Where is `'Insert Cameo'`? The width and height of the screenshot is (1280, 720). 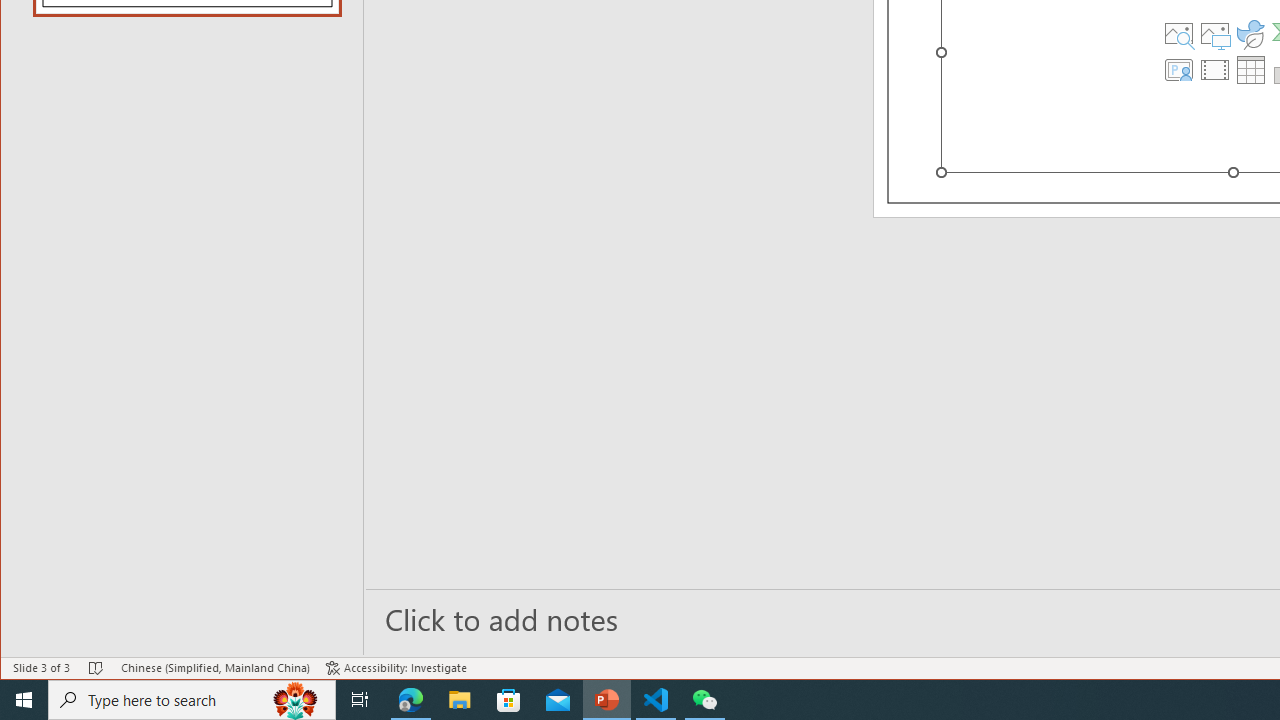
'Insert Cameo' is located at coordinates (1179, 68).